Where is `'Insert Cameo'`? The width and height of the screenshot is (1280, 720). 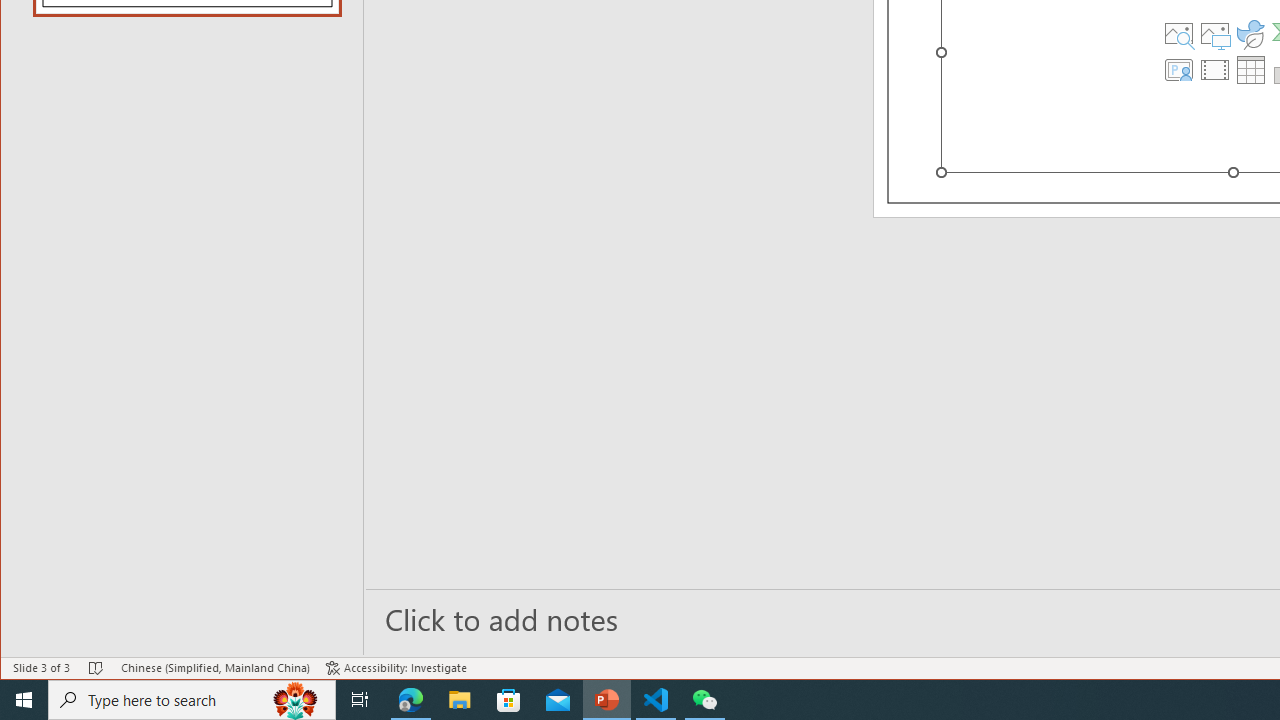
'Insert Cameo' is located at coordinates (1179, 68).